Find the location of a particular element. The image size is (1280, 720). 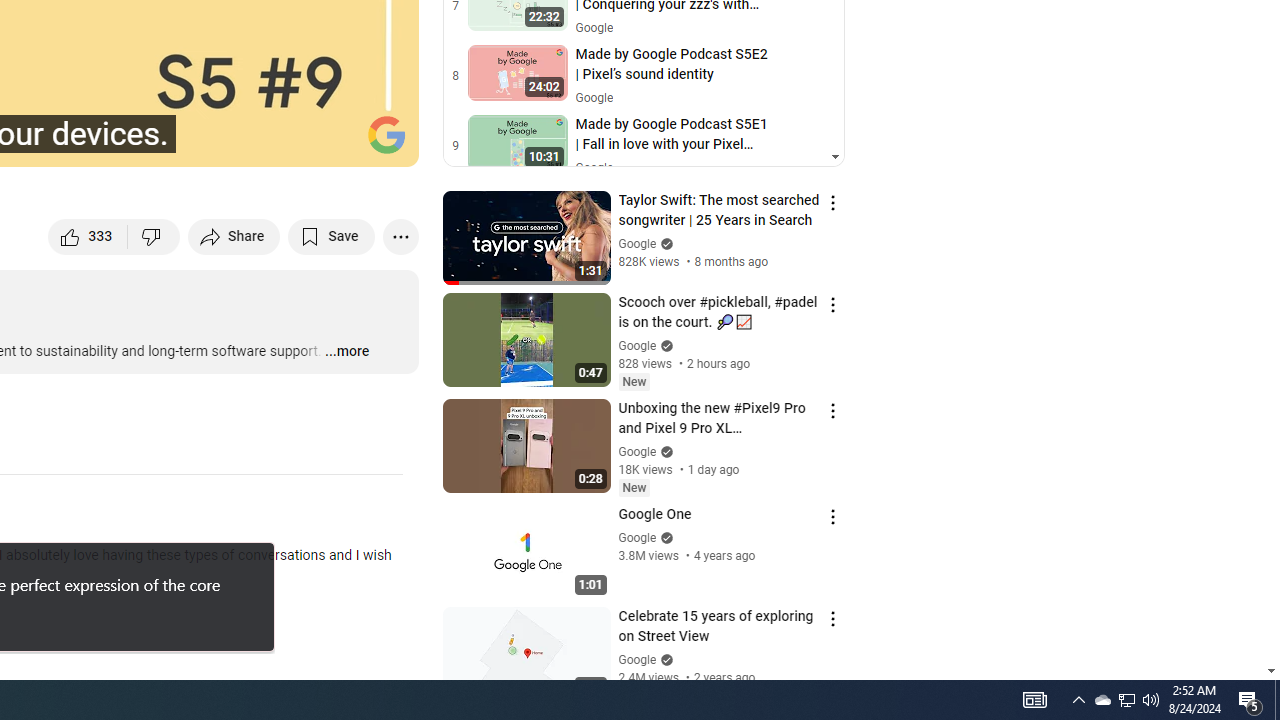

'like this video along with 333 other people' is located at coordinates (87, 235).